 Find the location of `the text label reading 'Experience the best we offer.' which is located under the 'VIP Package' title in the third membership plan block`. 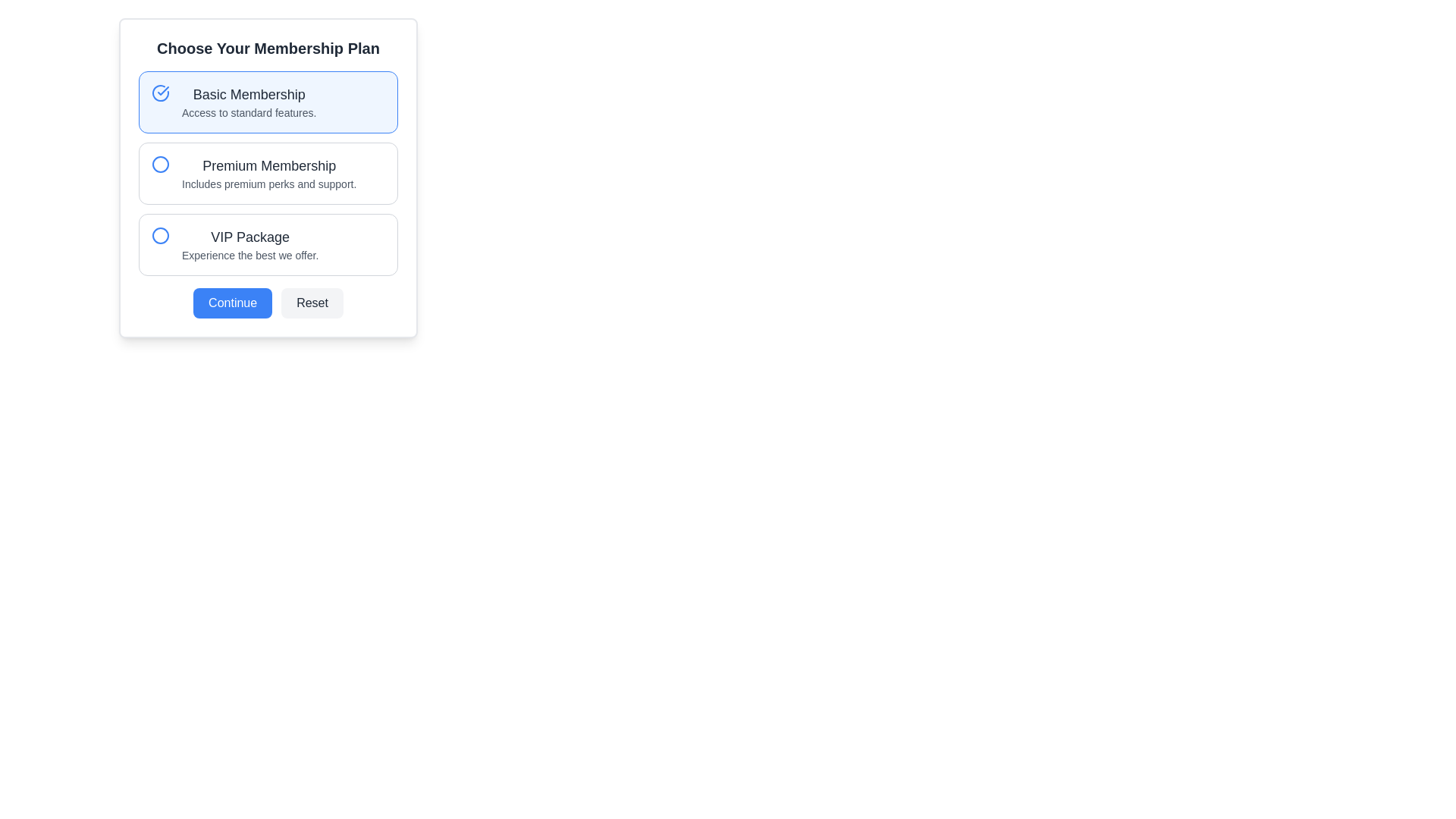

the text label reading 'Experience the best we offer.' which is located under the 'VIP Package' title in the third membership plan block is located at coordinates (250, 254).